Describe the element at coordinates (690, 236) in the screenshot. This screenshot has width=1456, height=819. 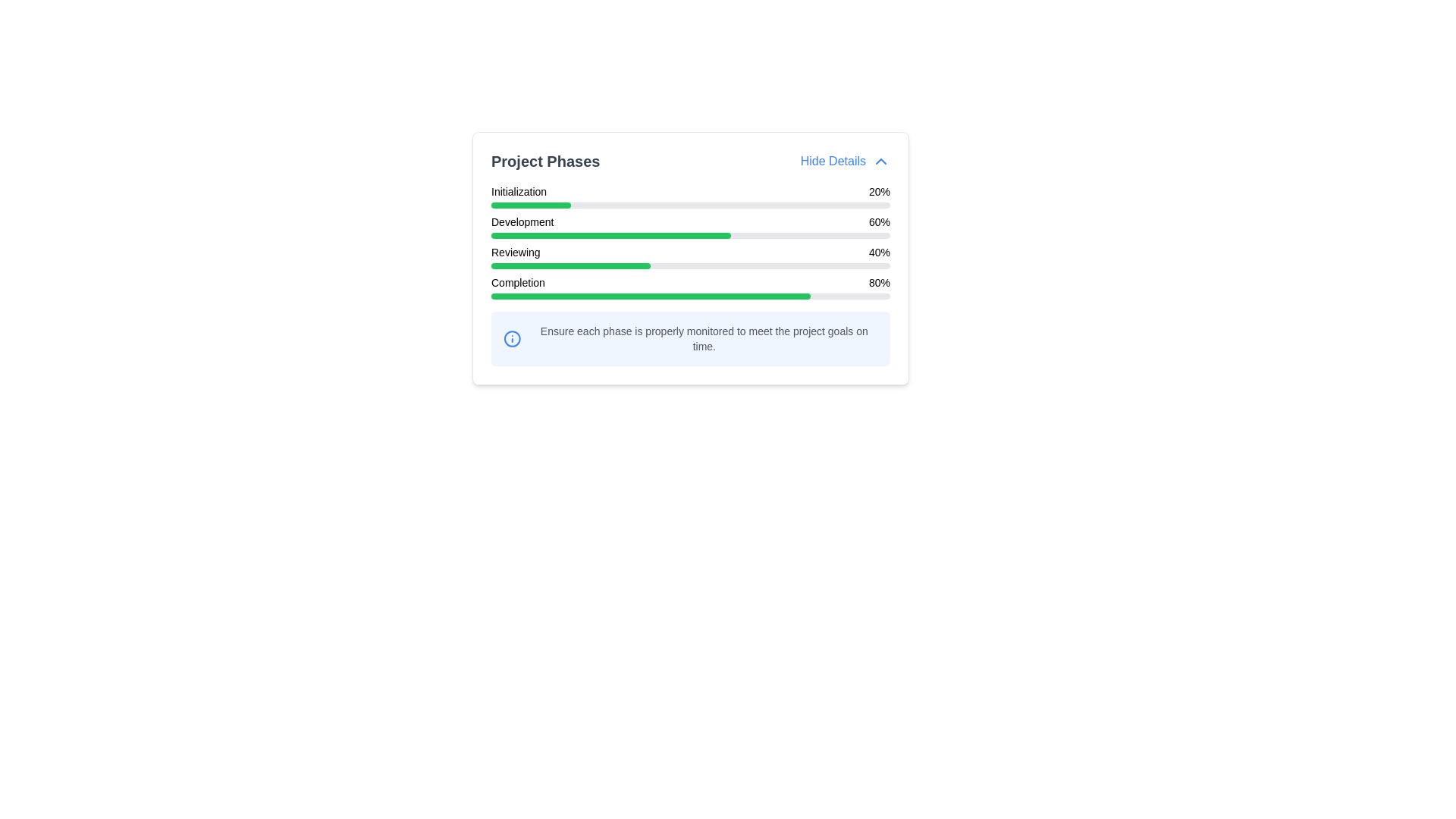
I see `the horizontal progress bar representing the 'Development' phase, which has a green filled portion and is located under the 'Development' label` at that location.